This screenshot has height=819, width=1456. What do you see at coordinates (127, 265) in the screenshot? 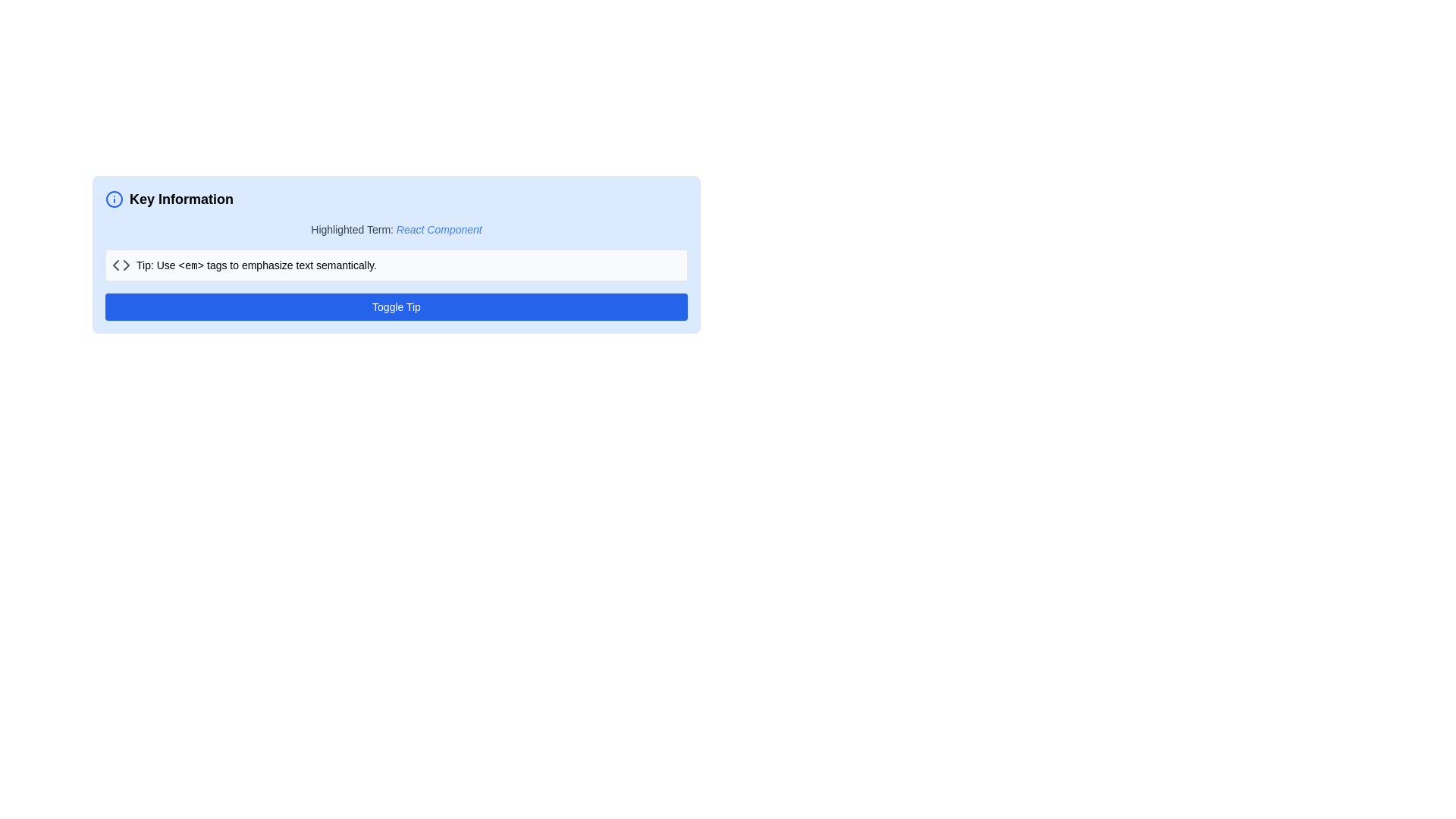
I see `the triangular arrow icon that is part of the vector graphic, styled with a thin black stroke, located at the rightmost position within the SVG group near the text 'Tip: Use <em> tags to emphasize text semantically.'` at bounding box center [127, 265].